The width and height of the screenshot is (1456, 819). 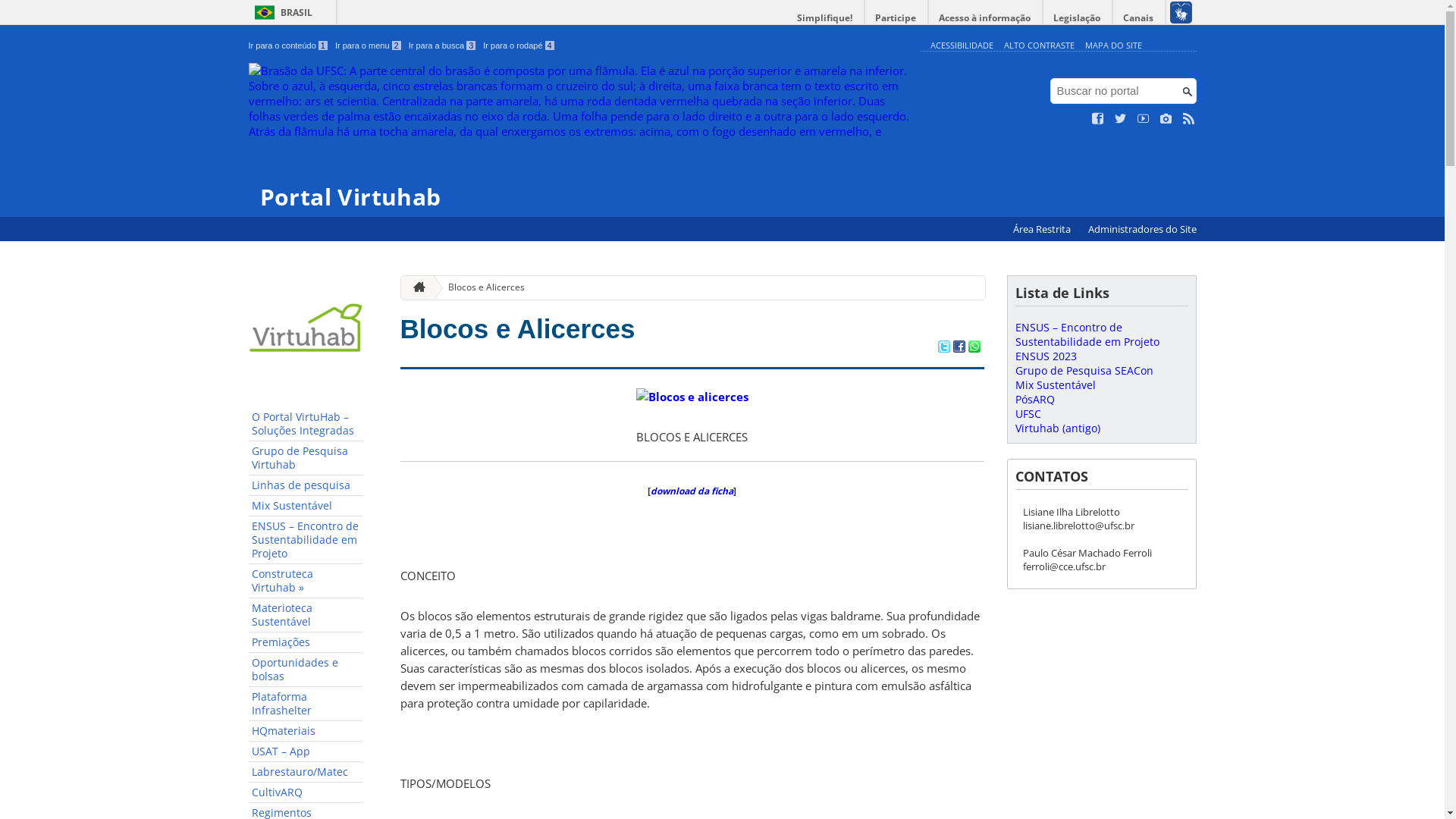 What do you see at coordinates (960, 44) in the screenshot?
I see `'ACESSIBILIDADE'` at bounding box center [960, 44].